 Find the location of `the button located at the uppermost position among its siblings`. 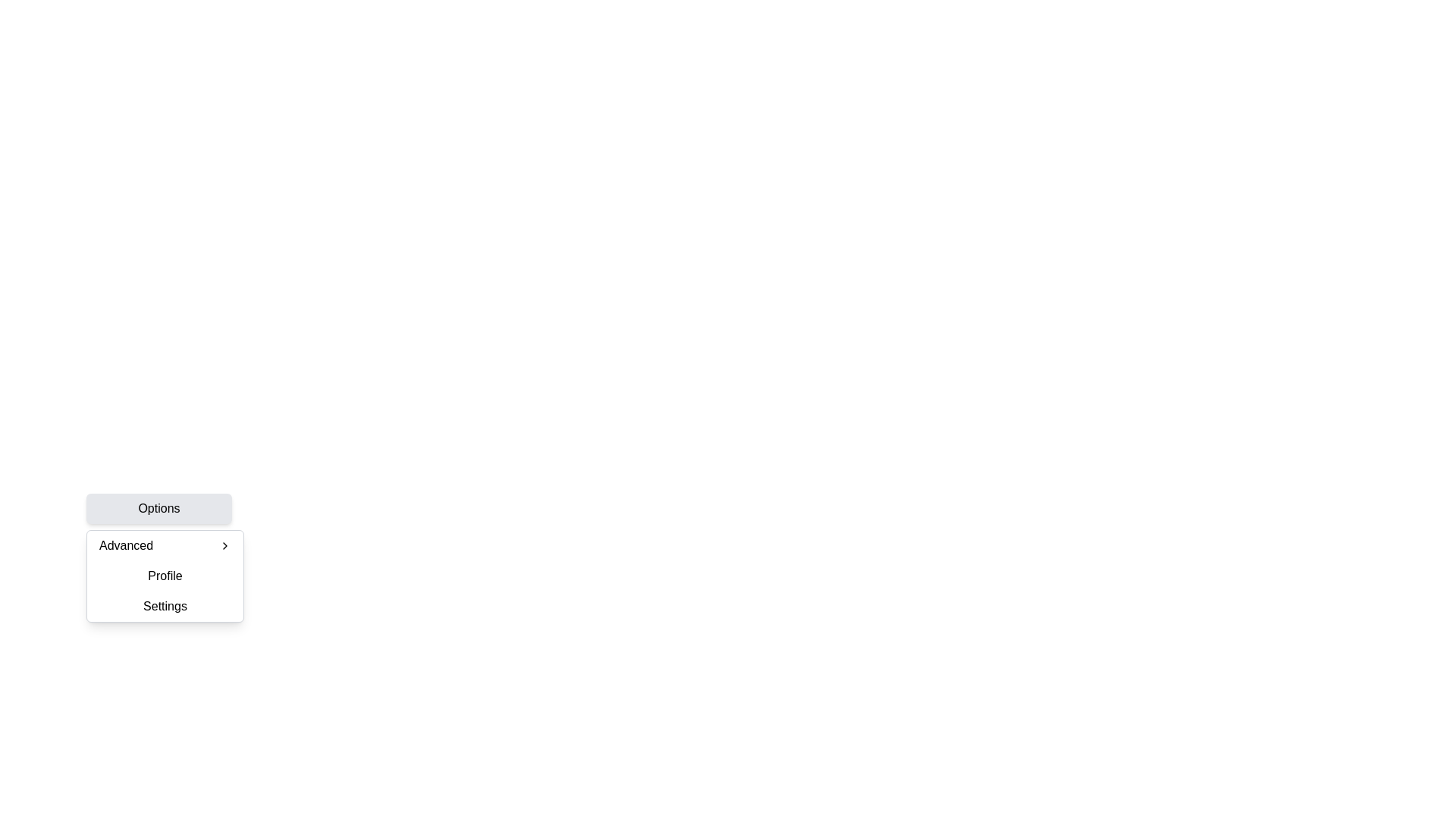

the button located at the uppermost position among its siblings is located at coordinates (159, 509).